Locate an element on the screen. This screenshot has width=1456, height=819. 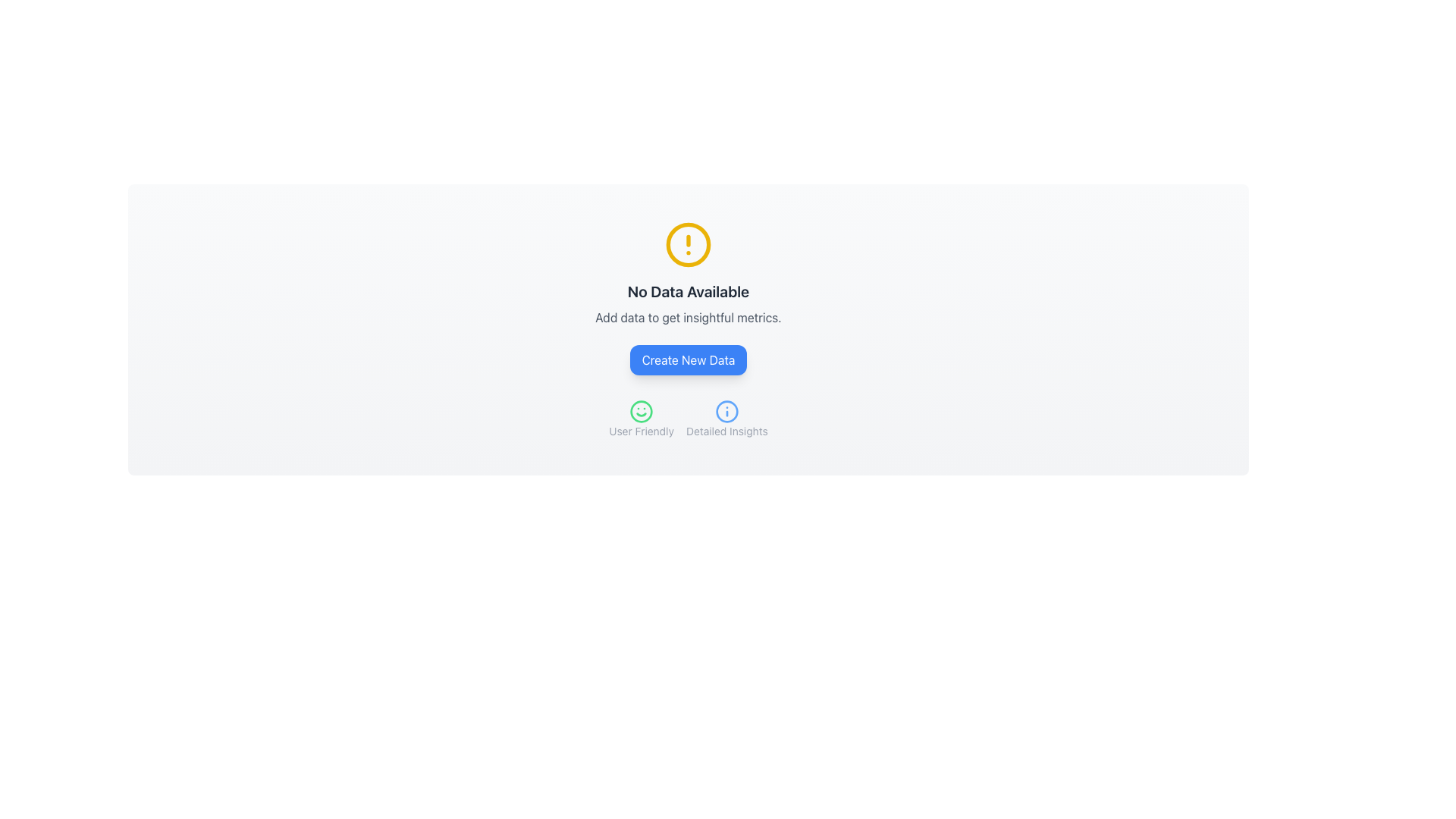
the non-interactive Text Label located below the blue 'Create New Data' button and under the information icon, on the right-hand side of the 'User Friendly' element is located at coordinates (726, 431).